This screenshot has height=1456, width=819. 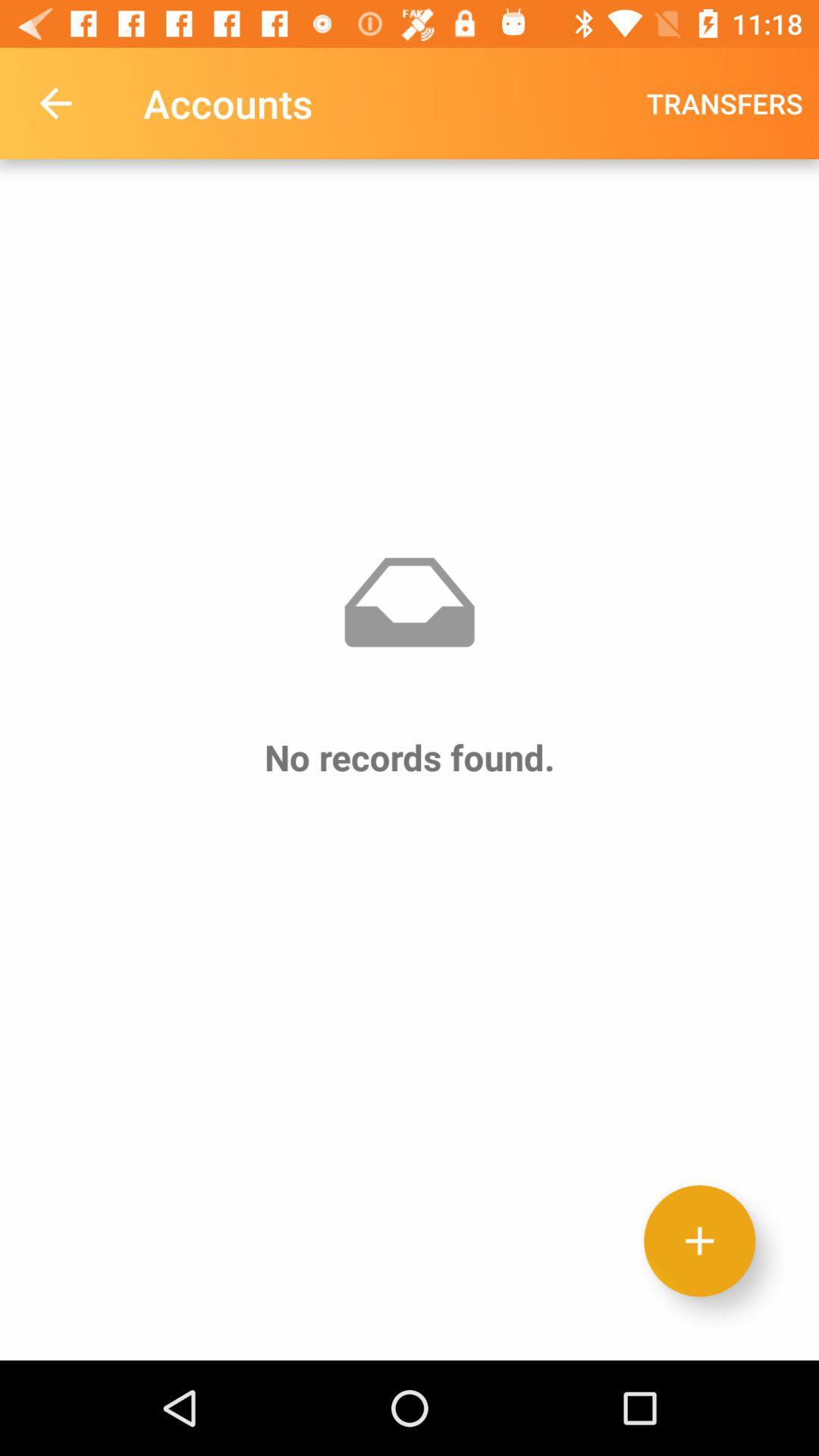 I want to click on the icon above no records found. icon, so click(x=723, y=102).